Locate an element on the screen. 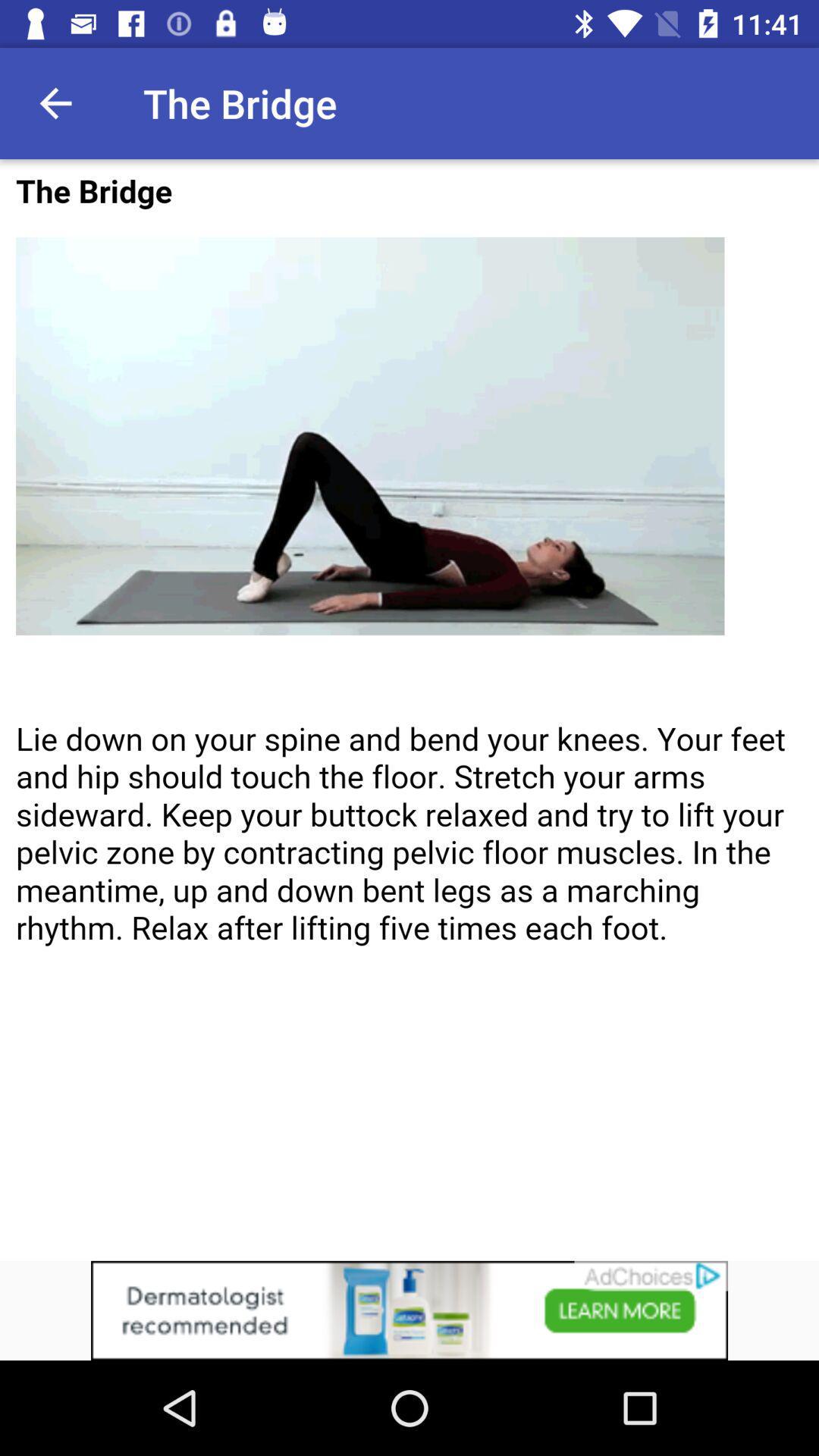 This screenshot has width=819, height=1456. adverisement is located at coordinates (409, 709).